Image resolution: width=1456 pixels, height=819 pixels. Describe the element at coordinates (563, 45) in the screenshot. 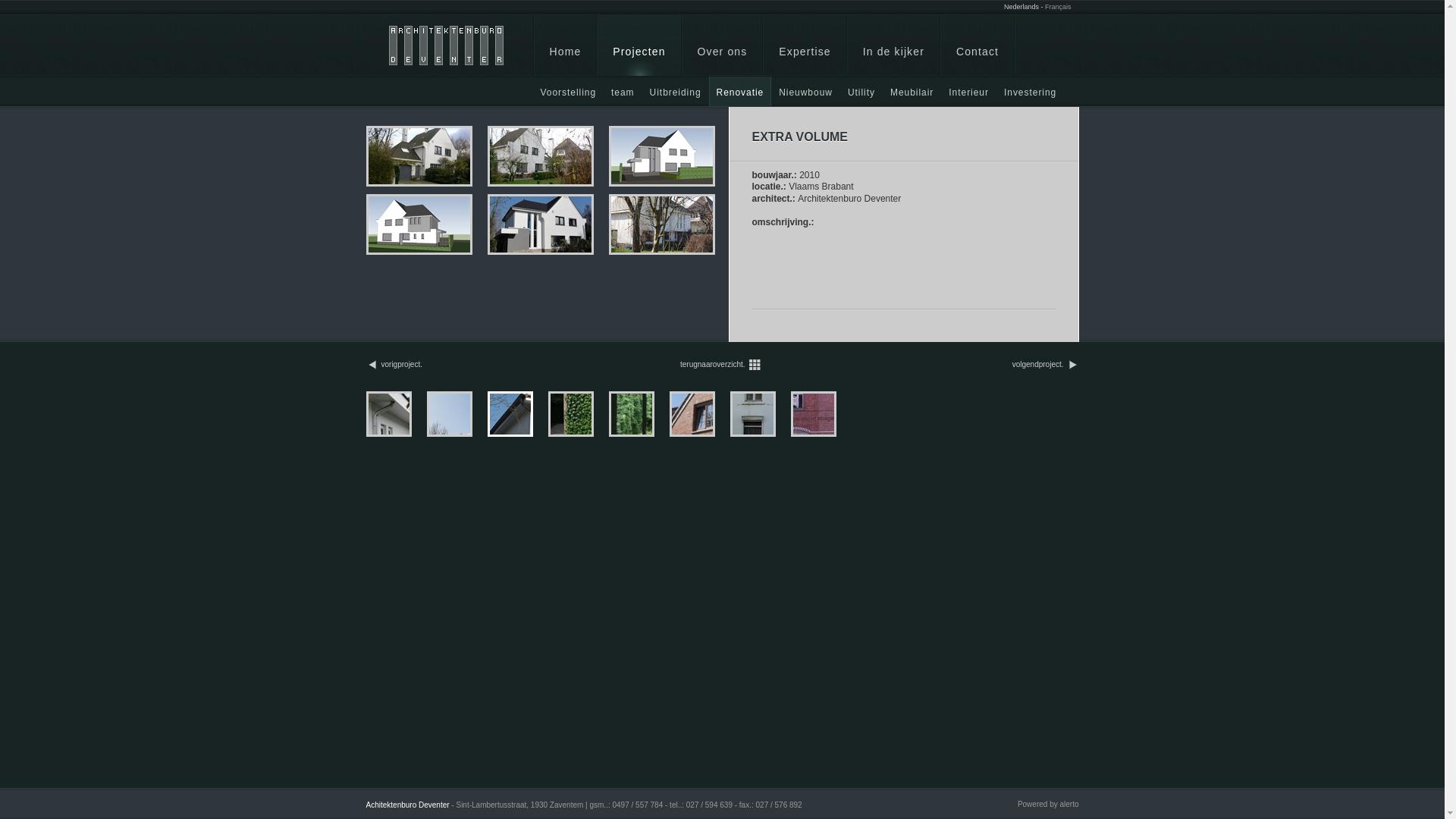

I see `'Home'` at that location.